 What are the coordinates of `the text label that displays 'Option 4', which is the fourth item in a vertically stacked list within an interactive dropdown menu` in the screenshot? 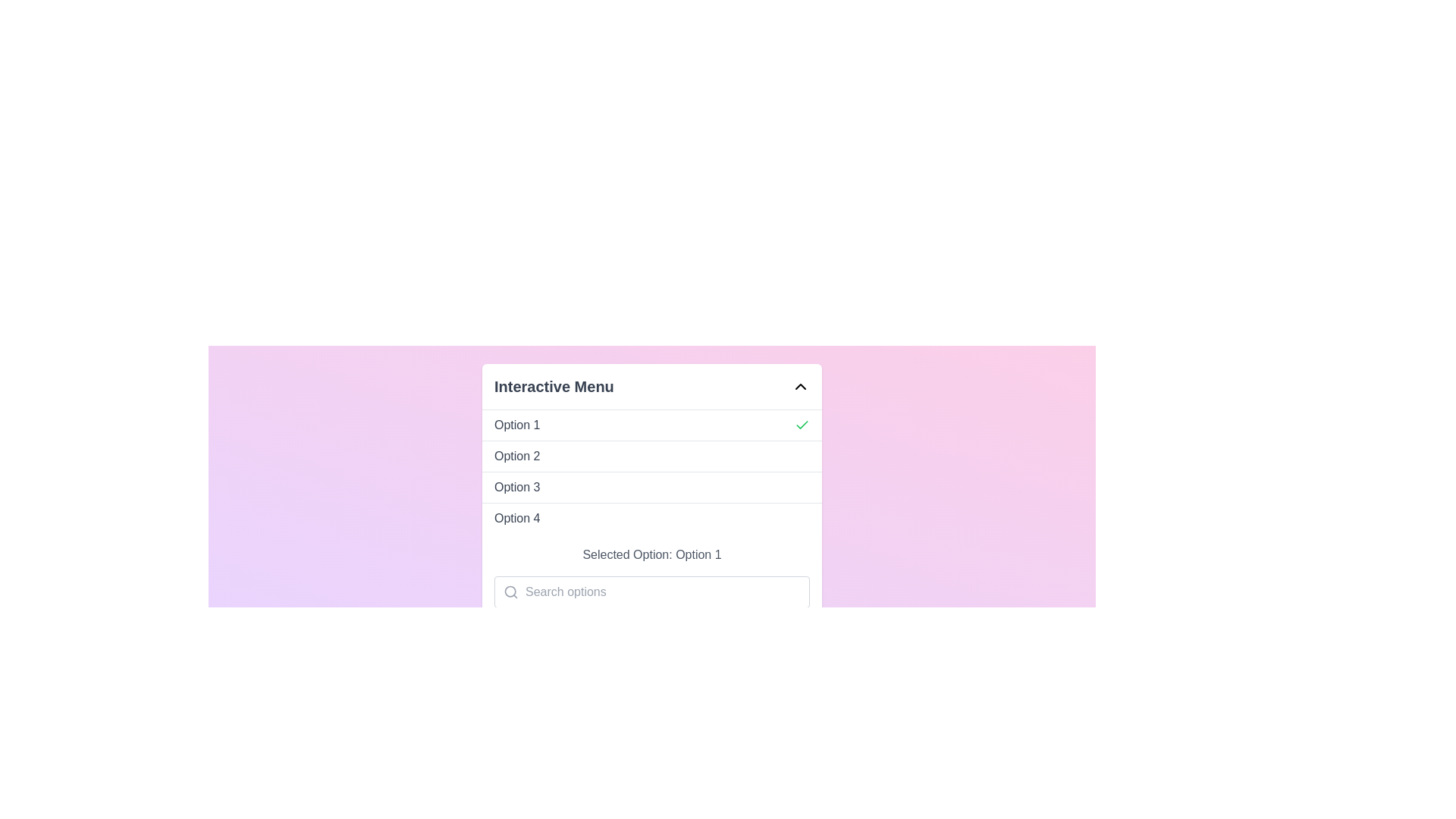 It's located at (517, 517).